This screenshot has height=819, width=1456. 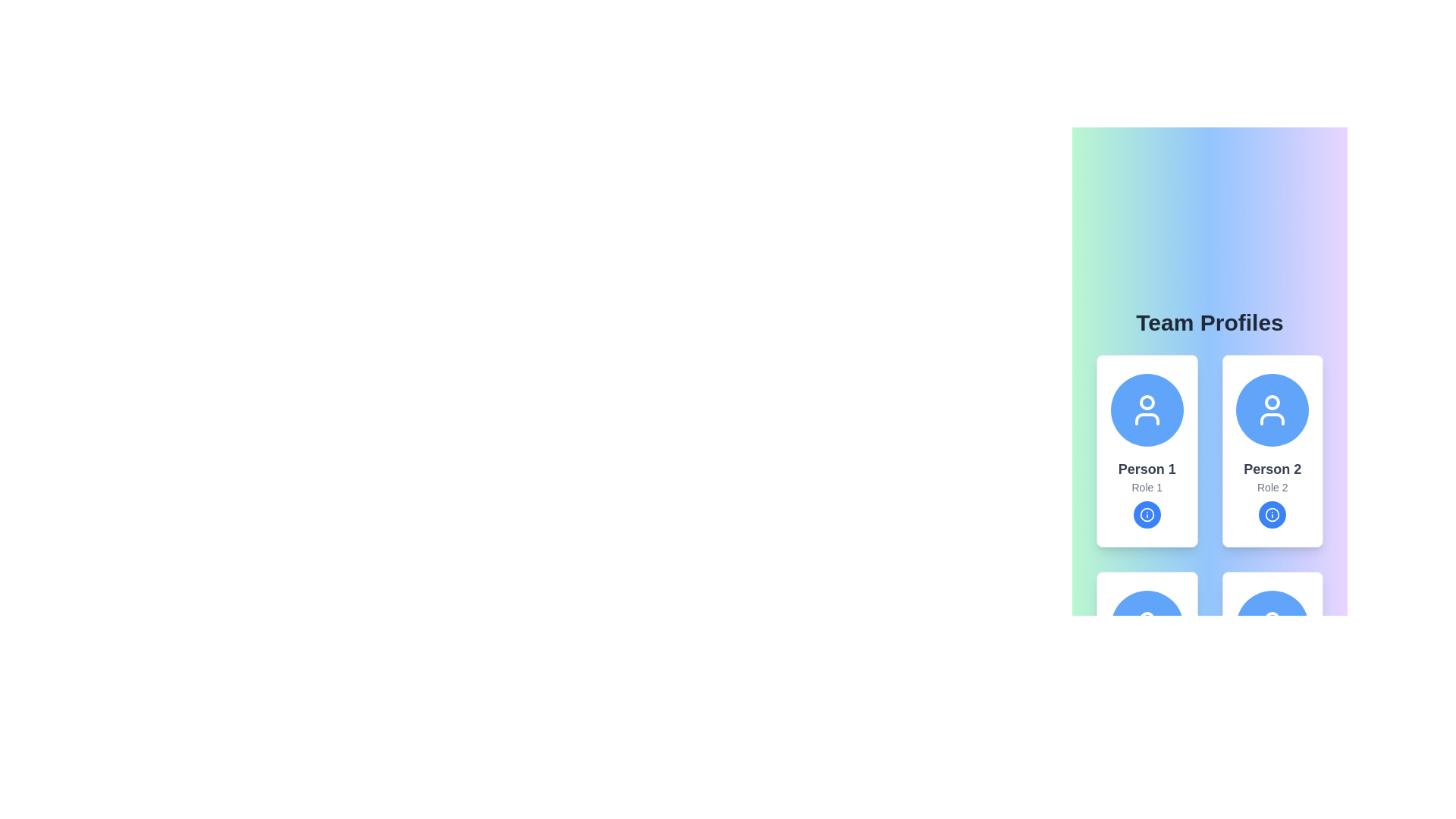 What do you see at coordinates (1272, 488) in the screenshot?
I see `the text label indicating the role or title of the person represented by the second card from the left in the second row of the profile display grid, located beneath 'Person 2' and above the circular button with an 'info' icon` at bounding box center [1272, 488].